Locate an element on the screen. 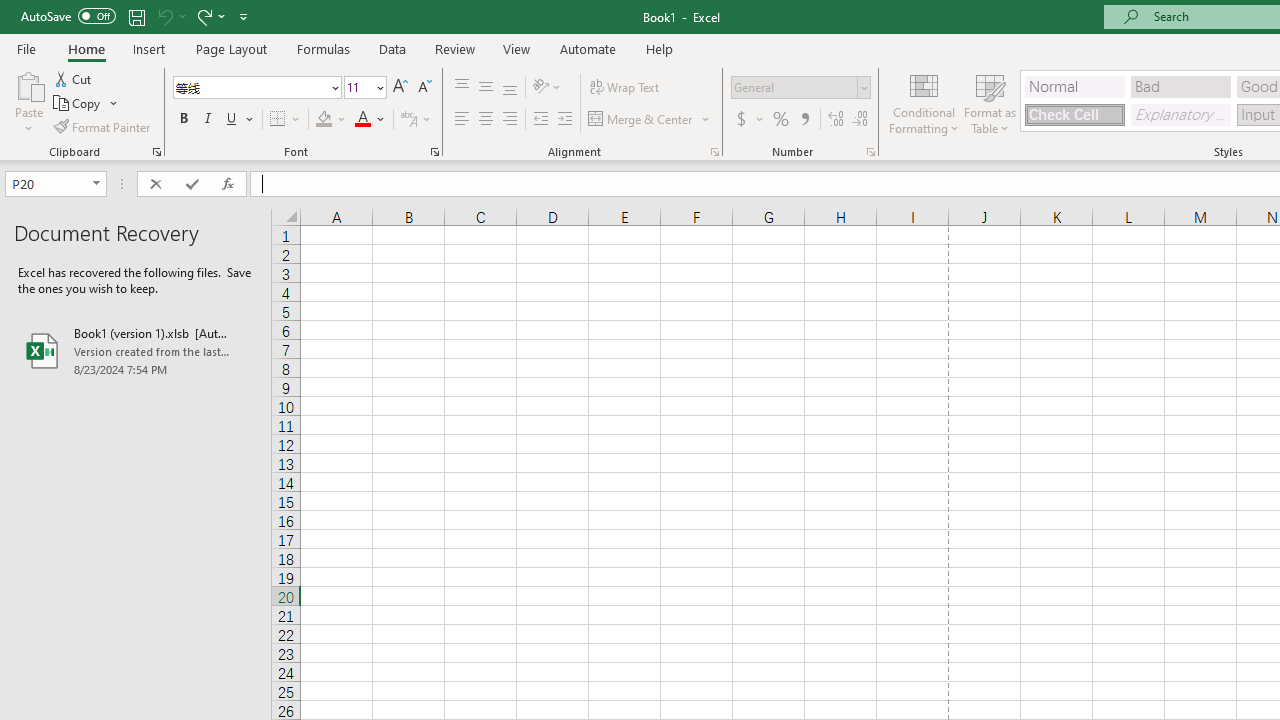 This screenshot has width=1280, height=720. 'Paste' is located at coordinates (28, 103).